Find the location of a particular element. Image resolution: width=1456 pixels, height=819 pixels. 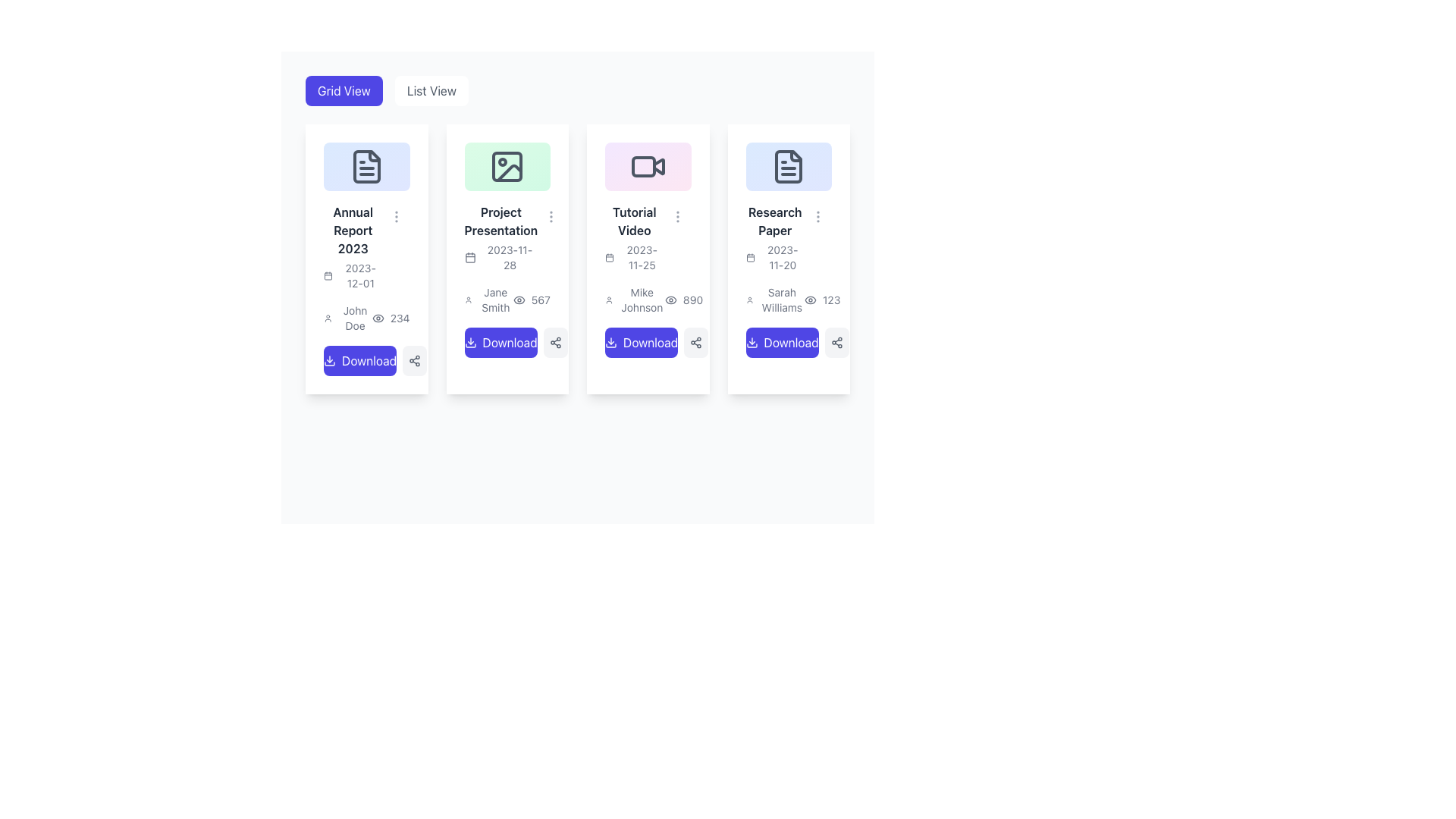

the text label displaying the date in the fourth card item, located below the title 'Research Paper' and above the name 'Sarah Williams' is located at coordinates (783, 256).